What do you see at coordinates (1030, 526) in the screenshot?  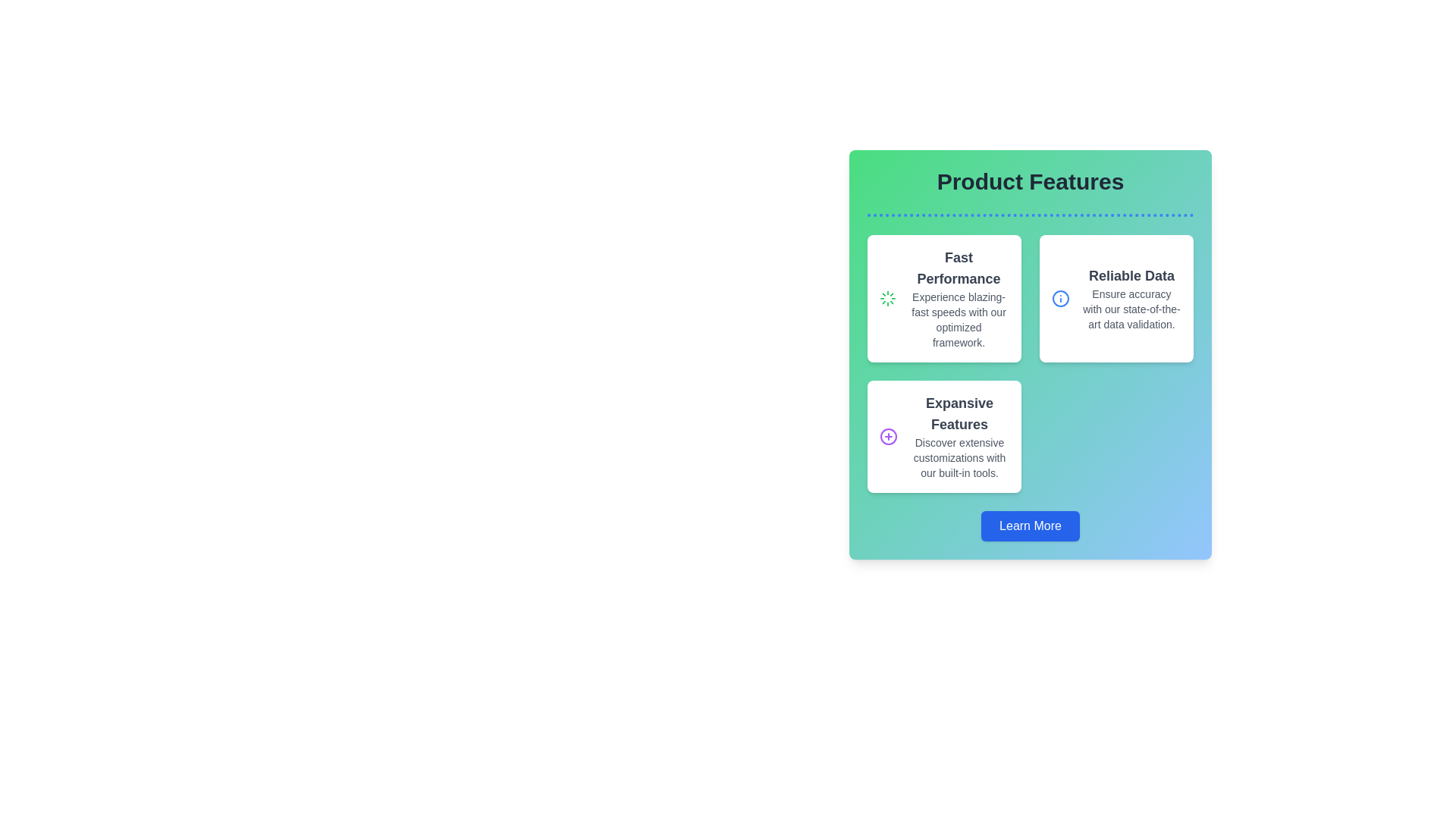 I see `the 'Learn More' button, which is a rounded rectangular button with a blue background and white text, located at the bottom center of a card component with a gradient background` at bounding box center [1030, 526].